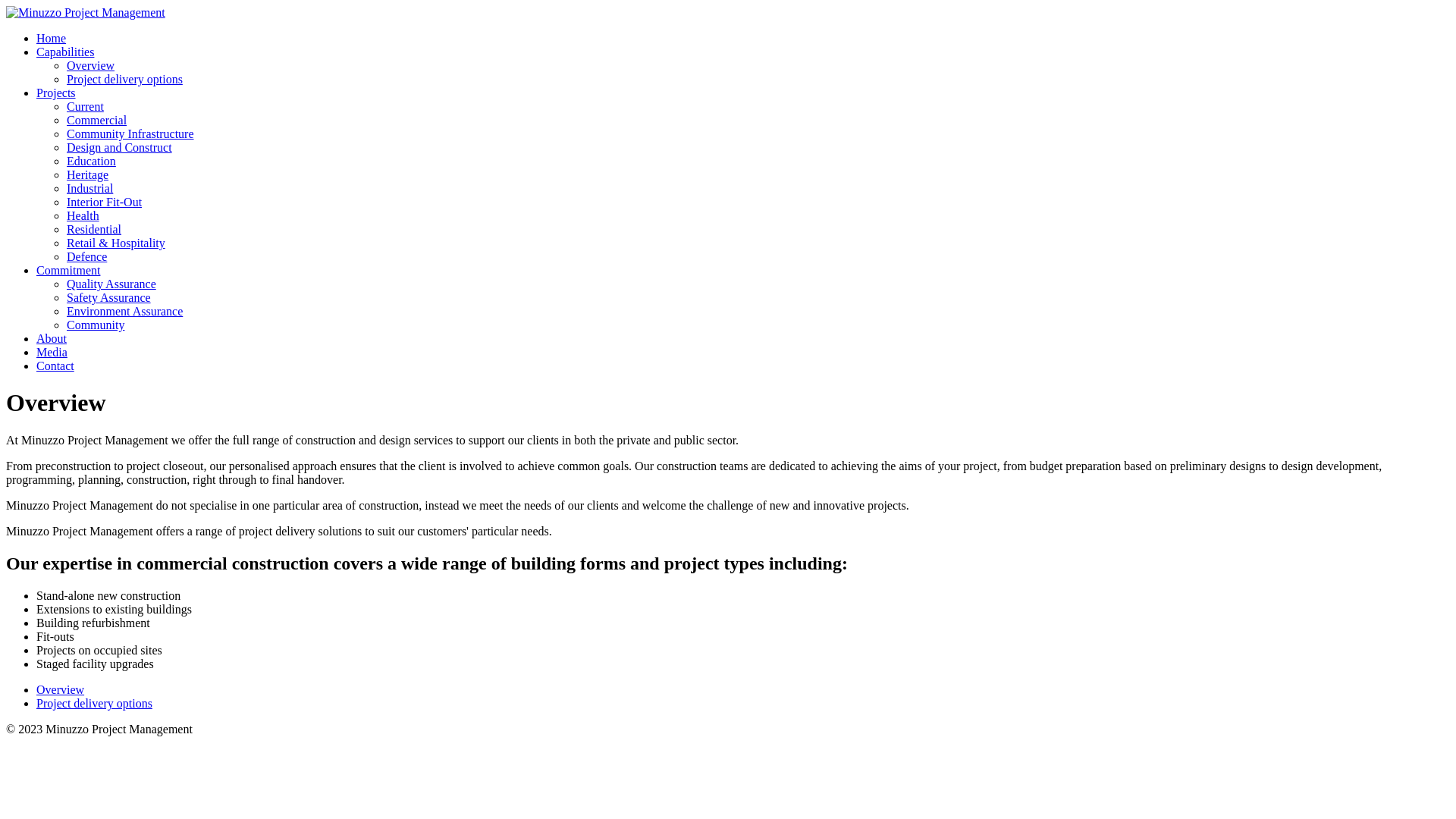 This screenshot has height=819, width=1456. Describe the element at coordinates (67, 269) in the screenshot. I see `'Commitment'` at that location.